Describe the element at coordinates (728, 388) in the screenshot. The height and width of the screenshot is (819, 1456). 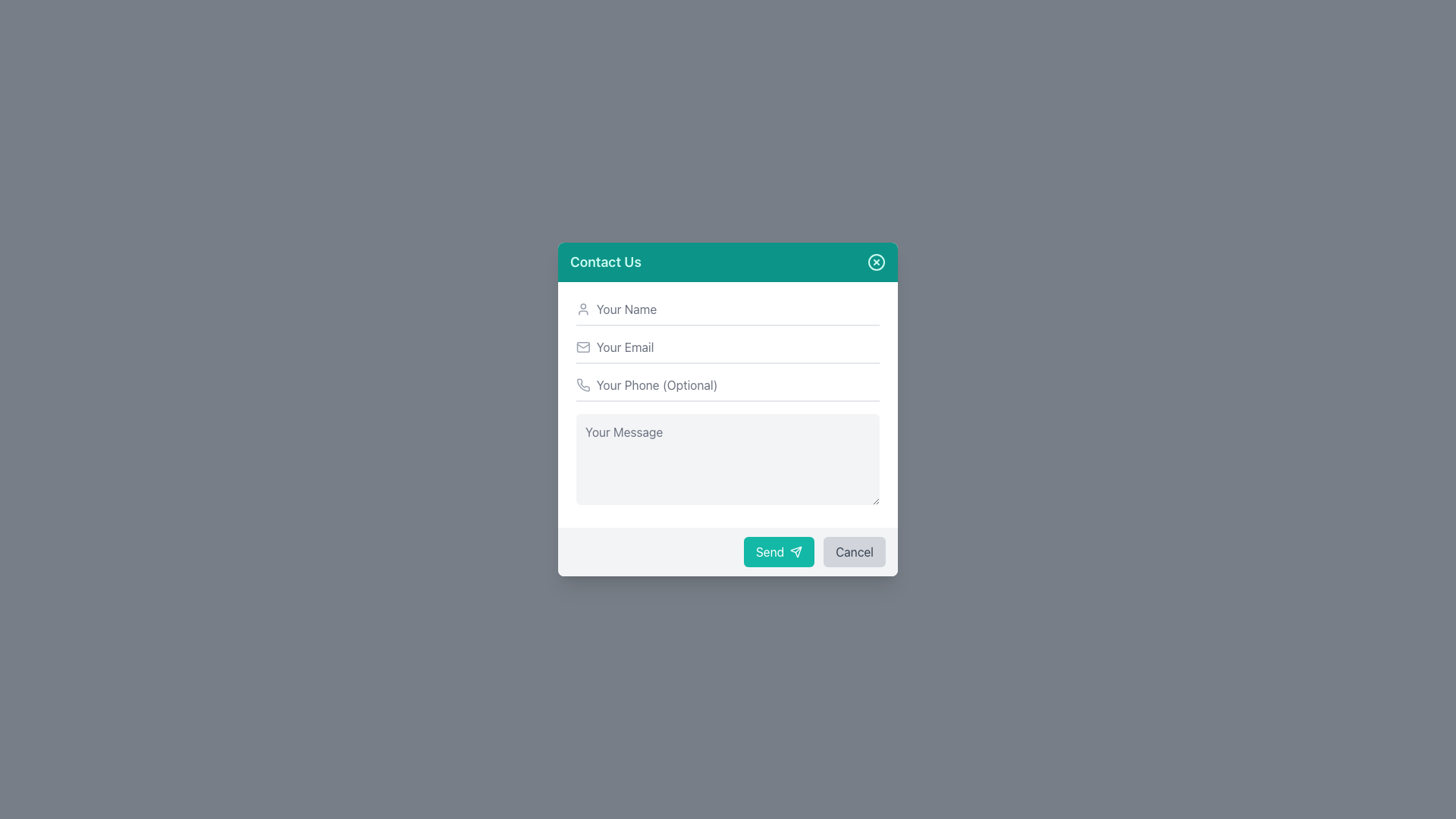
I see `the phone input field labeled 'Your Phone (Optional)' to focus on it` at that location.